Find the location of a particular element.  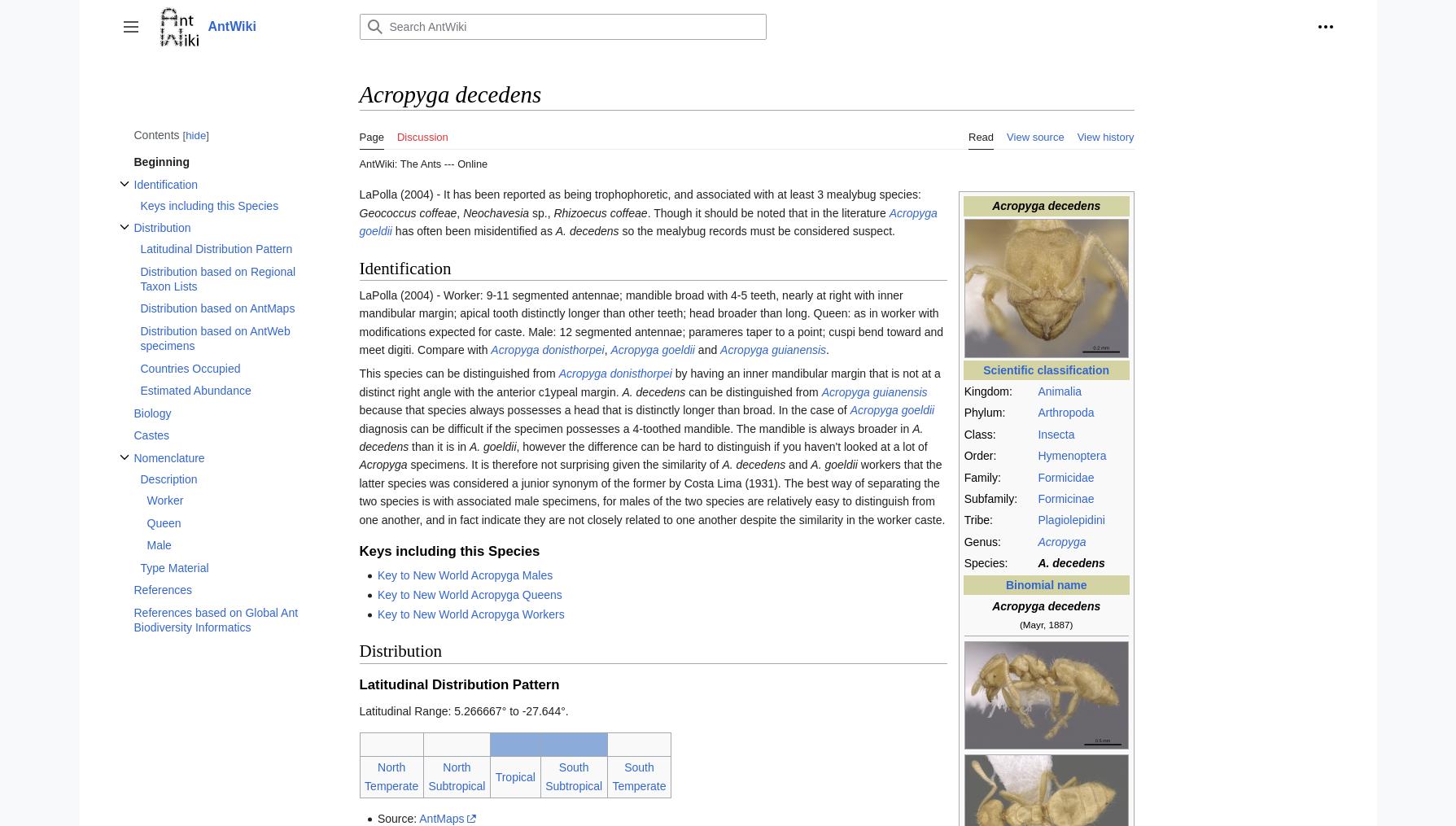

'so the mealybug records must be considered suspect.' is located at coordinates (618, 230).